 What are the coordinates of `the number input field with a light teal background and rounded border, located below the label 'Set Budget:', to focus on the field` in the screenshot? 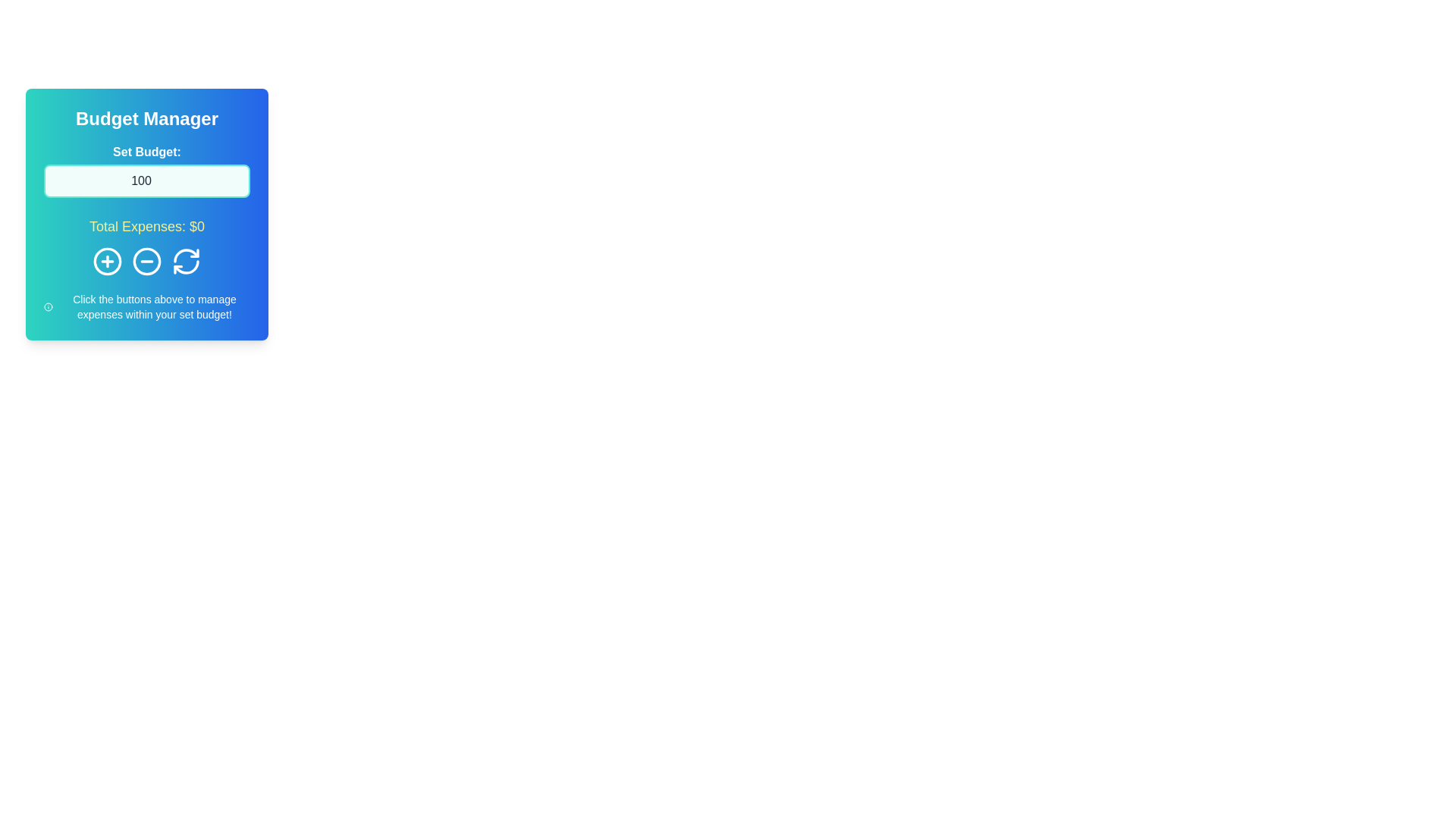 It's located at (146, 180).